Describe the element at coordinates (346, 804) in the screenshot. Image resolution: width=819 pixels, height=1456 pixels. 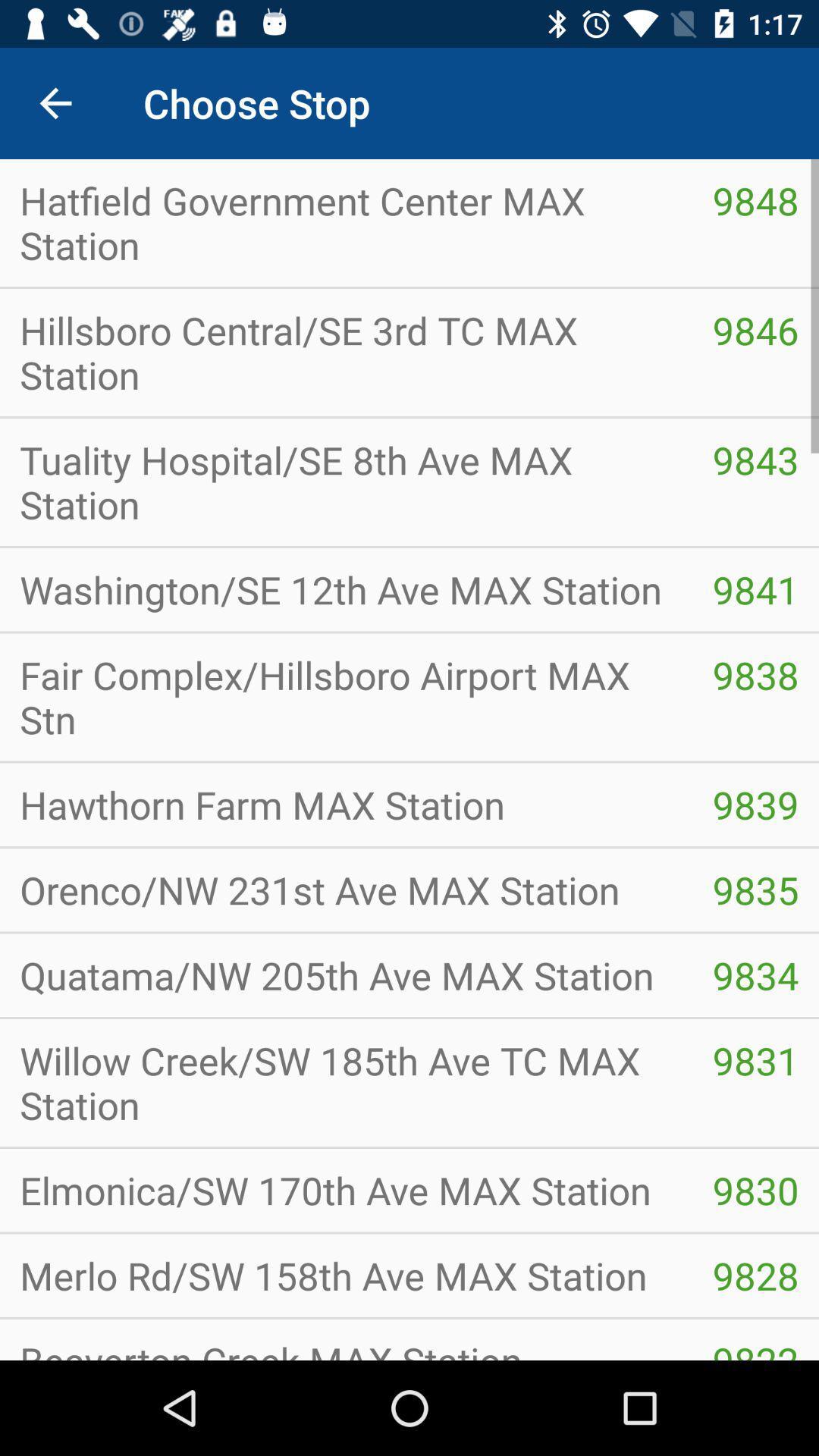
I see `the icon next to the 9839` at that location.